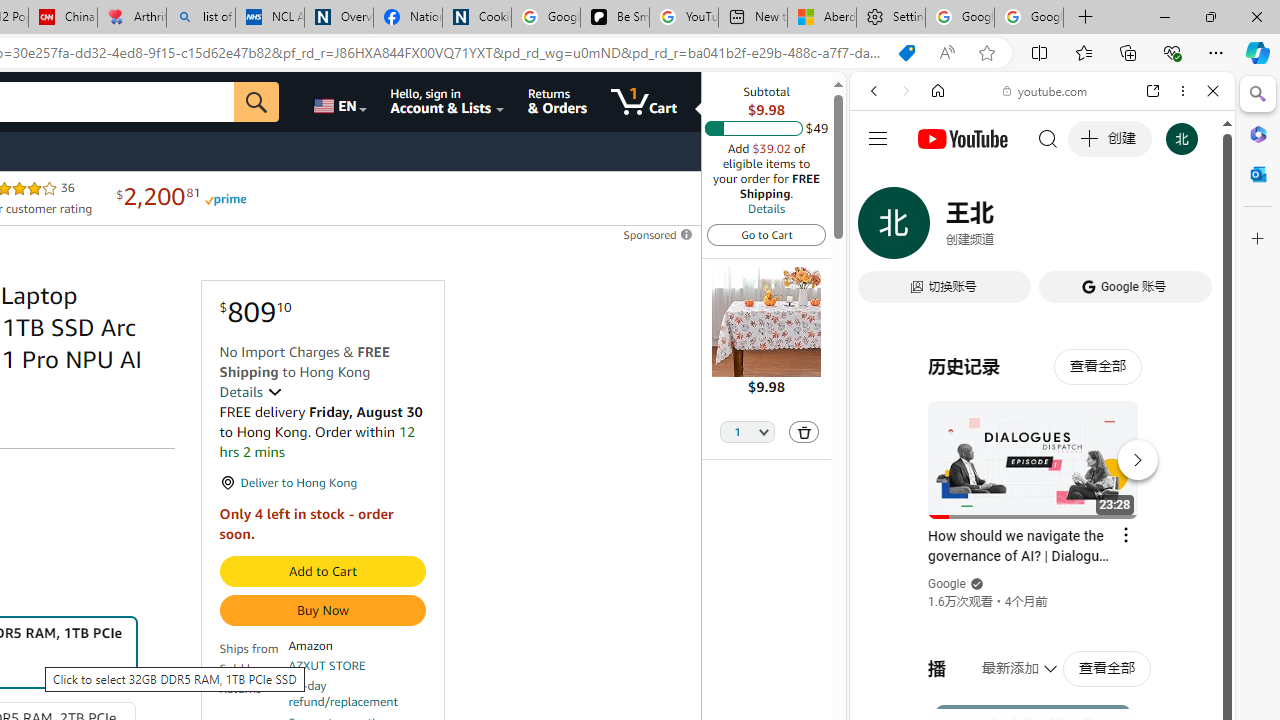  I want to click on 'Delete', so click(804, 431).